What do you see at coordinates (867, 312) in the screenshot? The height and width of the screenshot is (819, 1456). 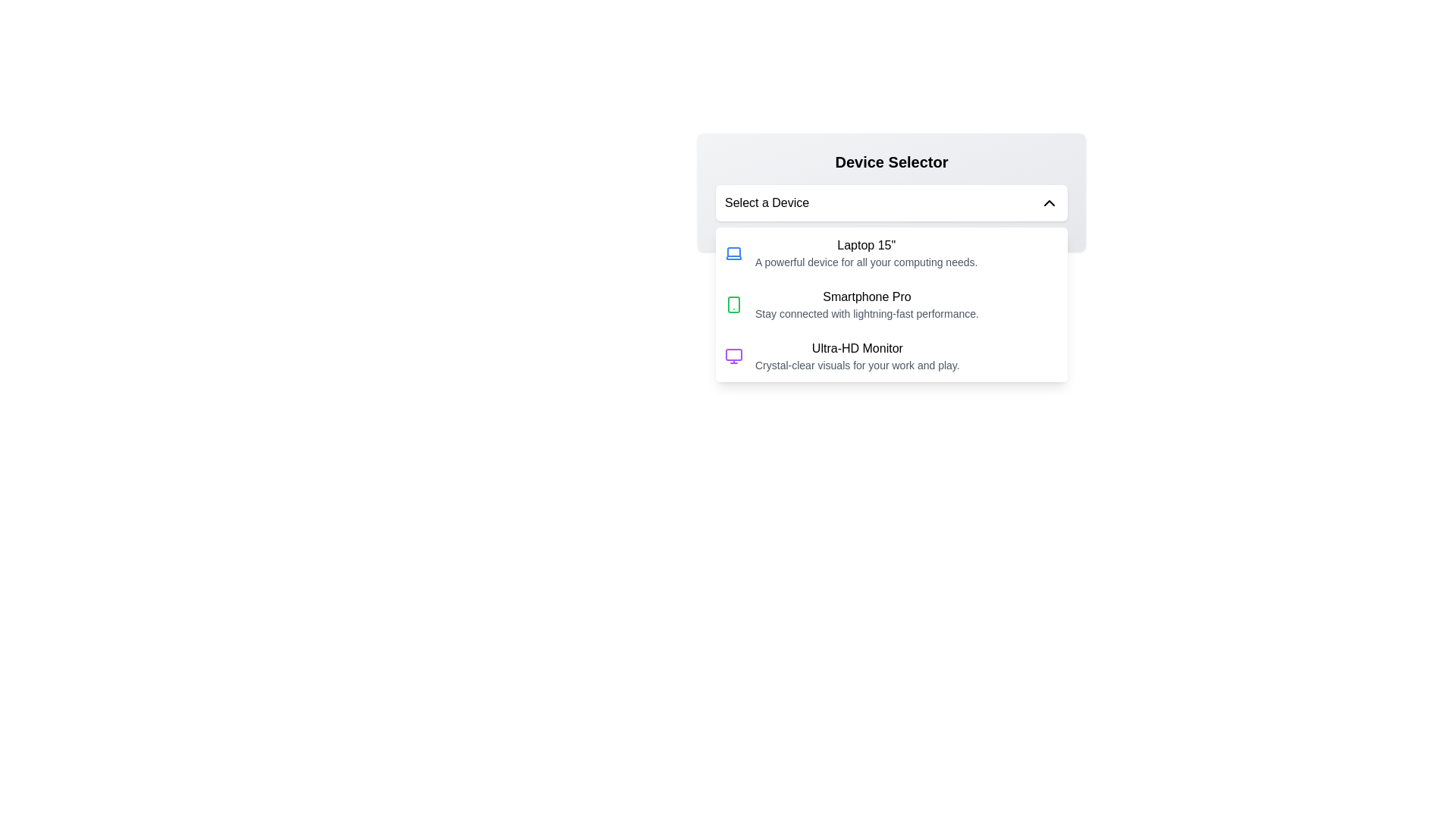 I see `the descriptive text label for 'Smartphone Pro' located beneath the title in the 'Device Selector' drop-down menu` at bounding box center [867, 312].